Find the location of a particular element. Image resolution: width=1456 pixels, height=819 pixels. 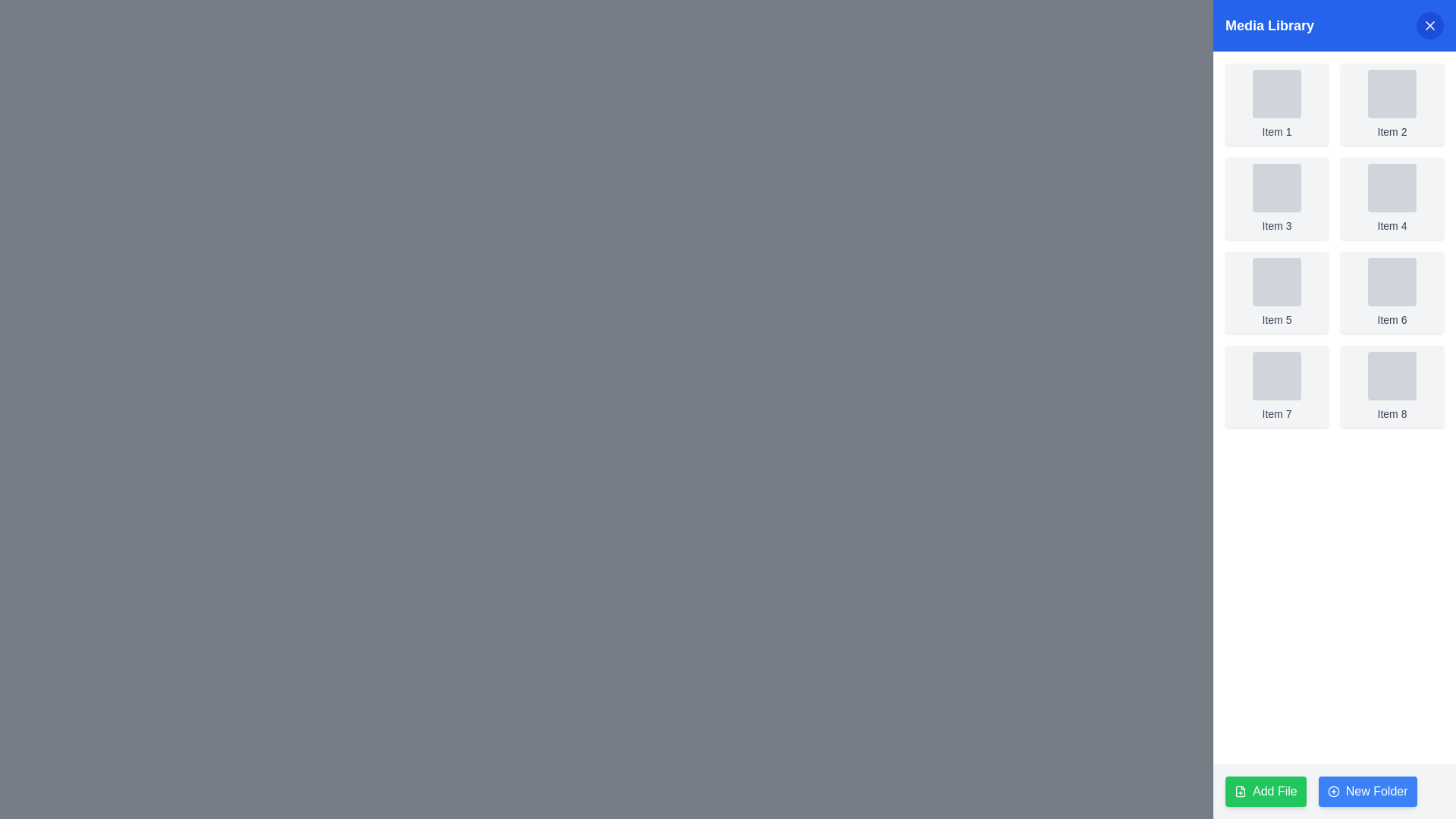

the Grid Item labeled 'Item 6', which is a rectangular component with a light gray background located in the third row and second column of the Media Library interface is located at coordinates (1392, 292).